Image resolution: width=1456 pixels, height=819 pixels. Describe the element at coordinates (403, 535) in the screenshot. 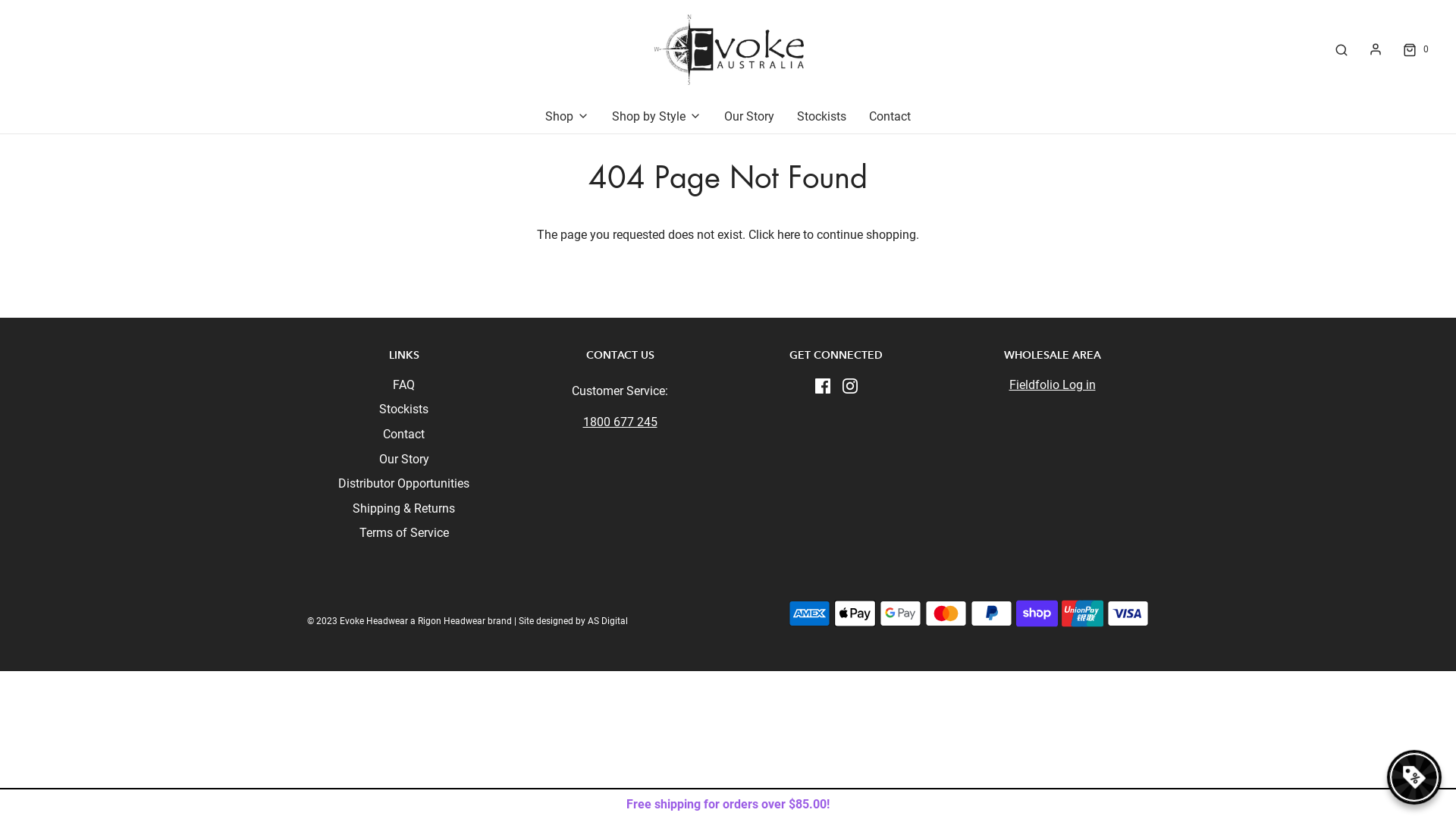

I see `'Terms of Service'` at that location.